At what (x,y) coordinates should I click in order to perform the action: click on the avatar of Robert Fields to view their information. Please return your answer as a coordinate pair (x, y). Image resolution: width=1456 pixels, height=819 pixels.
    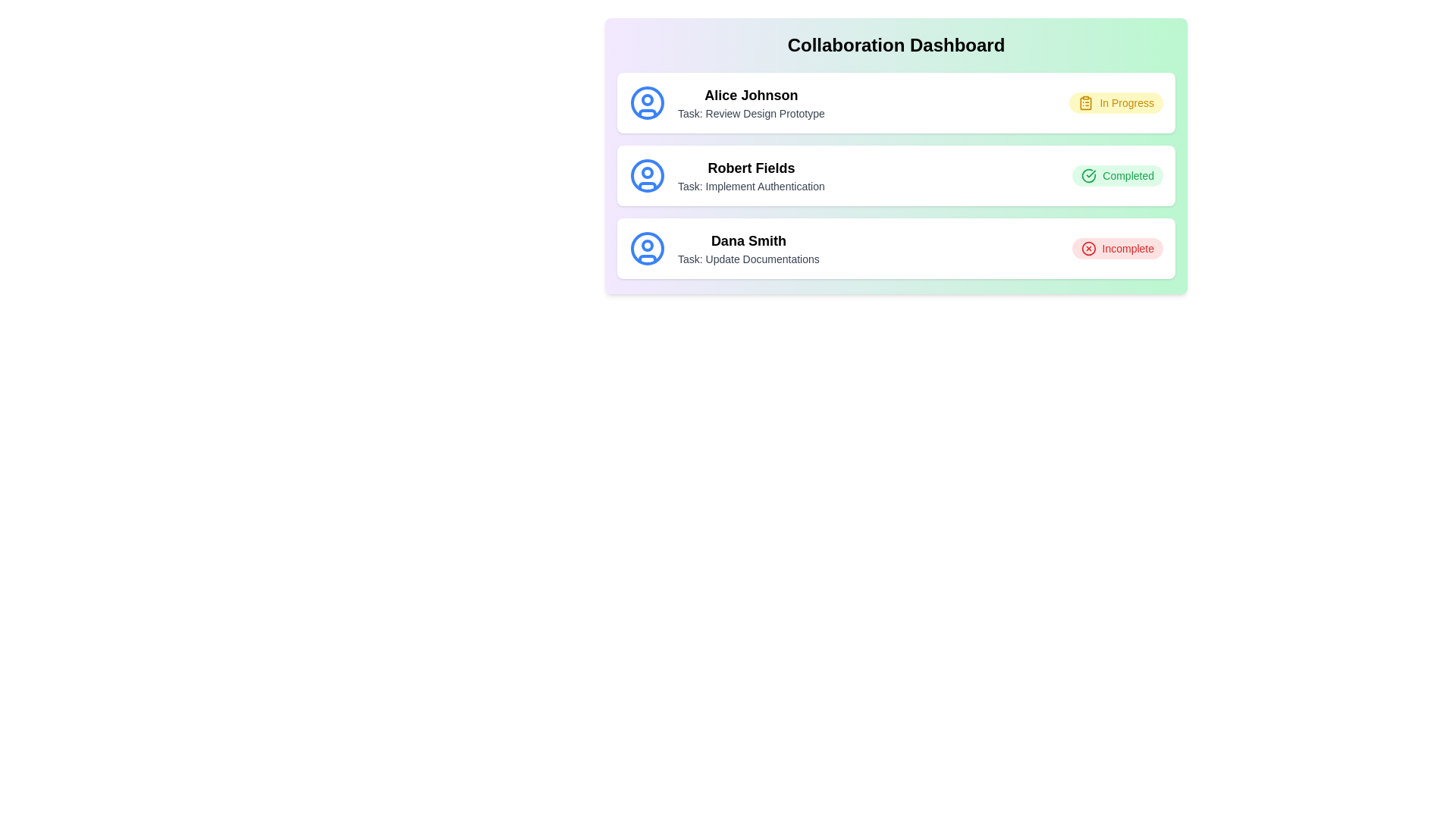
    Looking at the image, I should click on (648, 174).